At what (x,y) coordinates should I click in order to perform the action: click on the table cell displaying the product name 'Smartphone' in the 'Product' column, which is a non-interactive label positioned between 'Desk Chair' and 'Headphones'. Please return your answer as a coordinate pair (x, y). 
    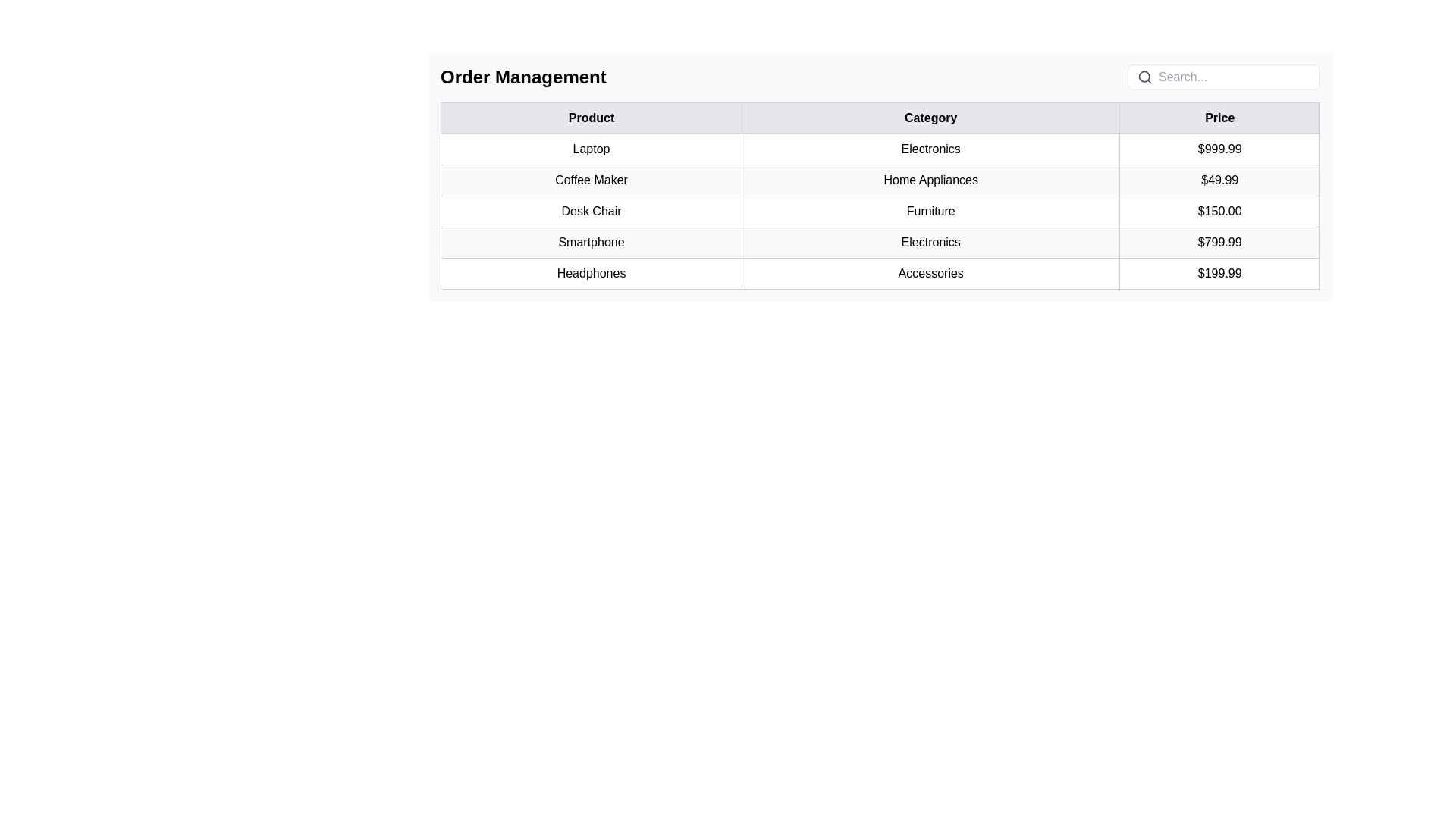
    Looking at the image, I should click on (591, 242).